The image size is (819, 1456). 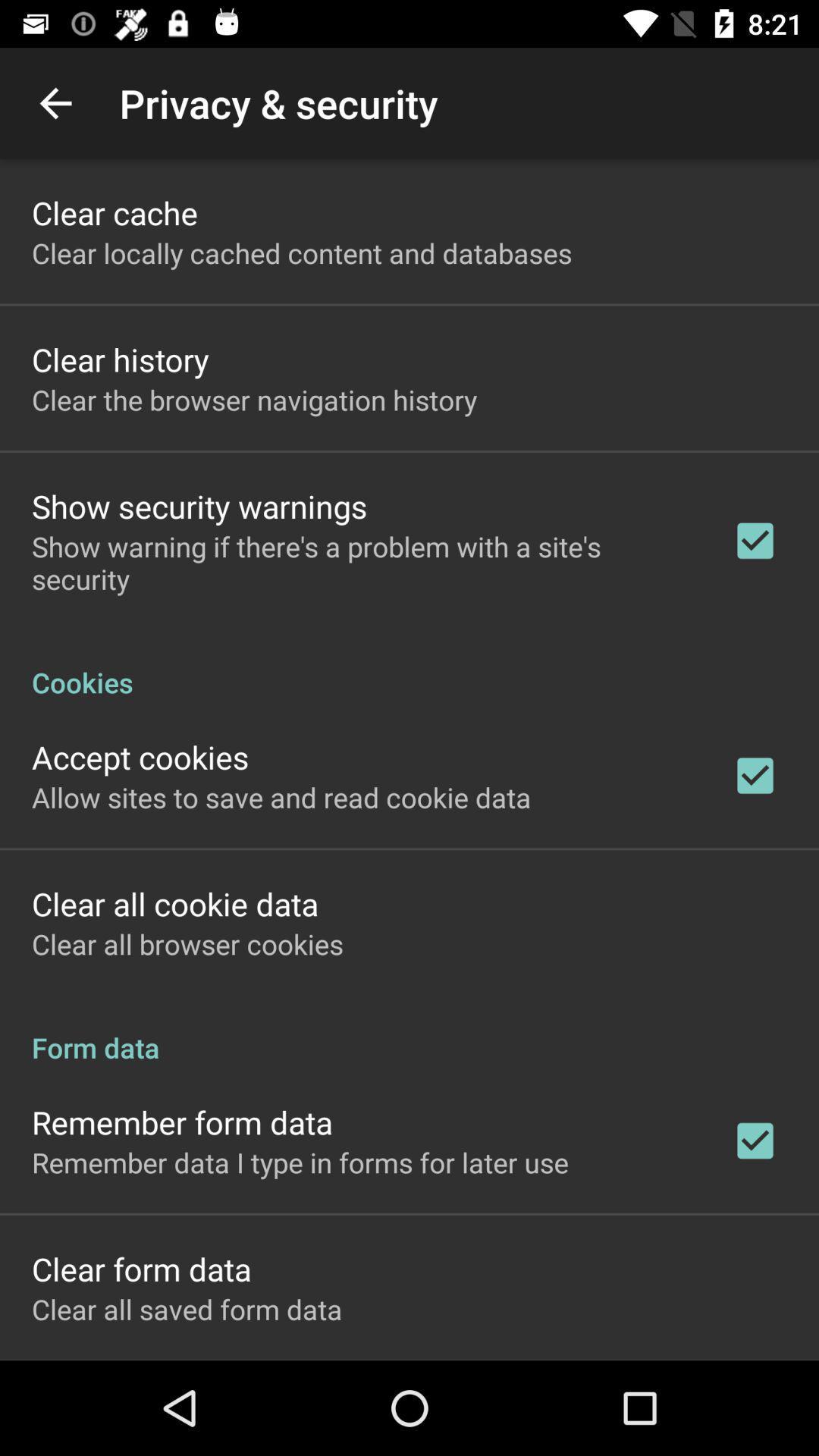 What do you see at coordinates (114, 212) in the screenshot?
I see `the clear cache` at bounding box center [114, 212].